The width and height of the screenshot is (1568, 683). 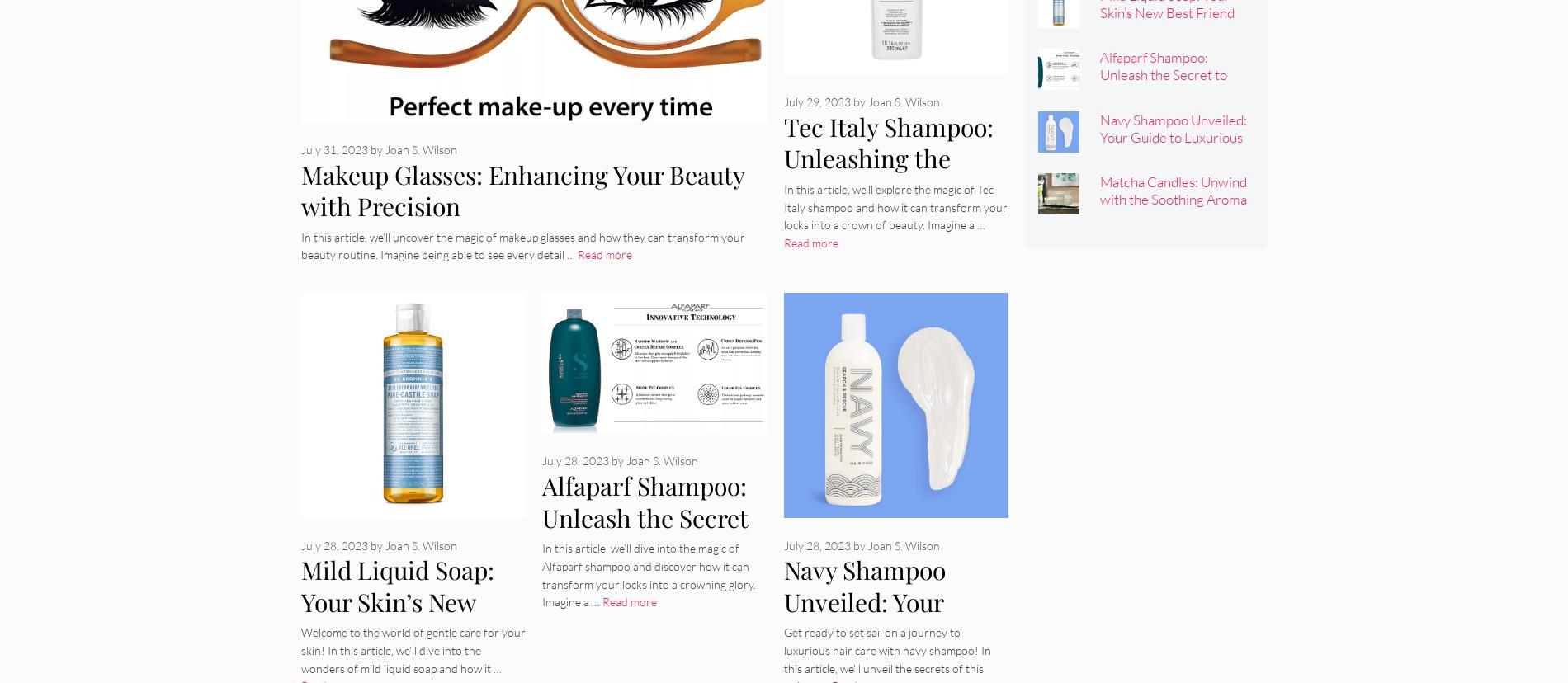 What do you see at coordinates (398, 601) in the screenshot?
I see `'Mild Liquid Soap: Your Skin’s New Best Friend'` at bounding box center [398, 601].